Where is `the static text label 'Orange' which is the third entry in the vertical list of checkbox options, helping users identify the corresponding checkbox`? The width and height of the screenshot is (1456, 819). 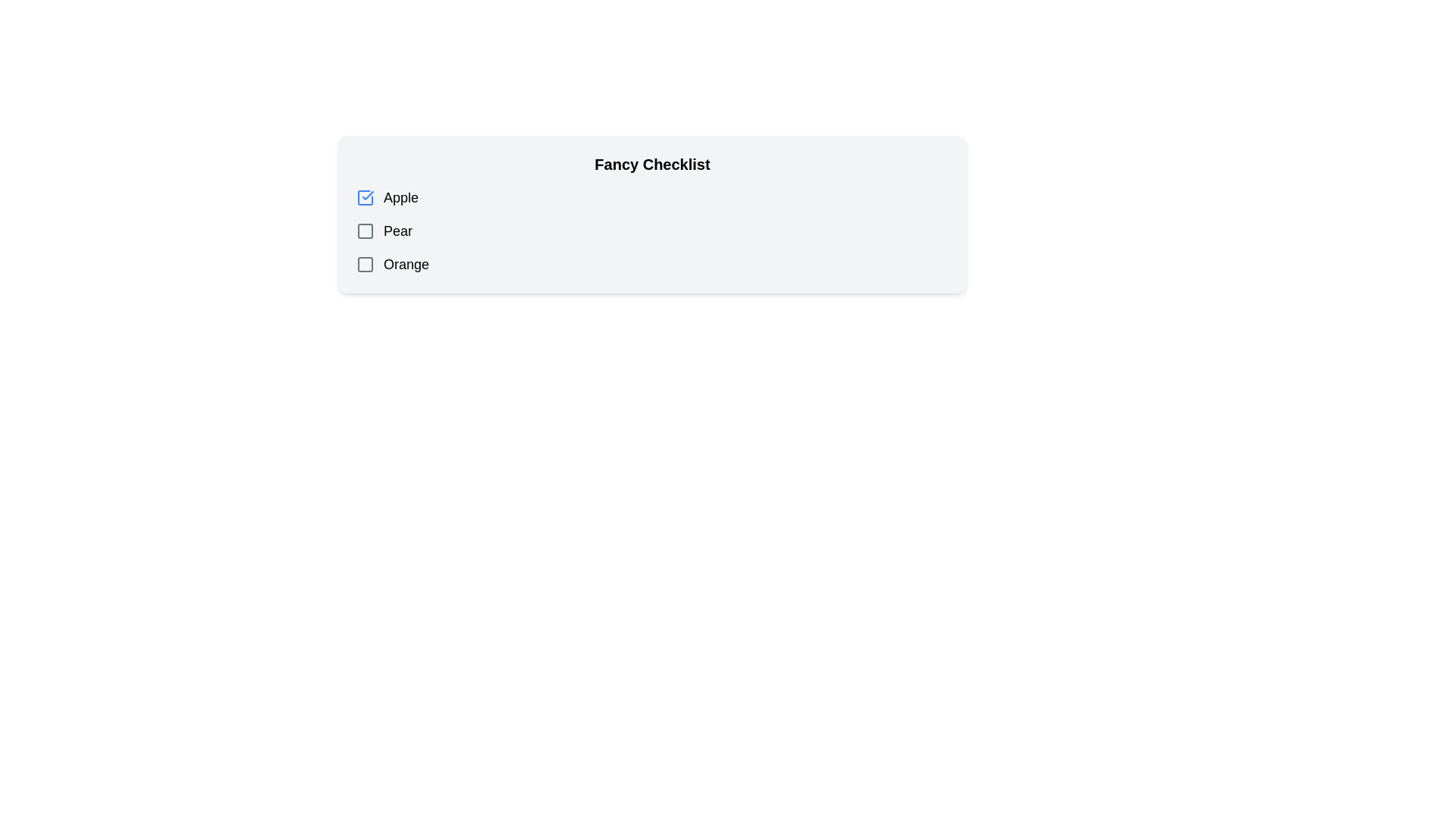 the static text label 'Orange' which is the third entry in the vertical list of checkbox options, helping users identify the corresponding checkbox is located at coordinates (406, 263).